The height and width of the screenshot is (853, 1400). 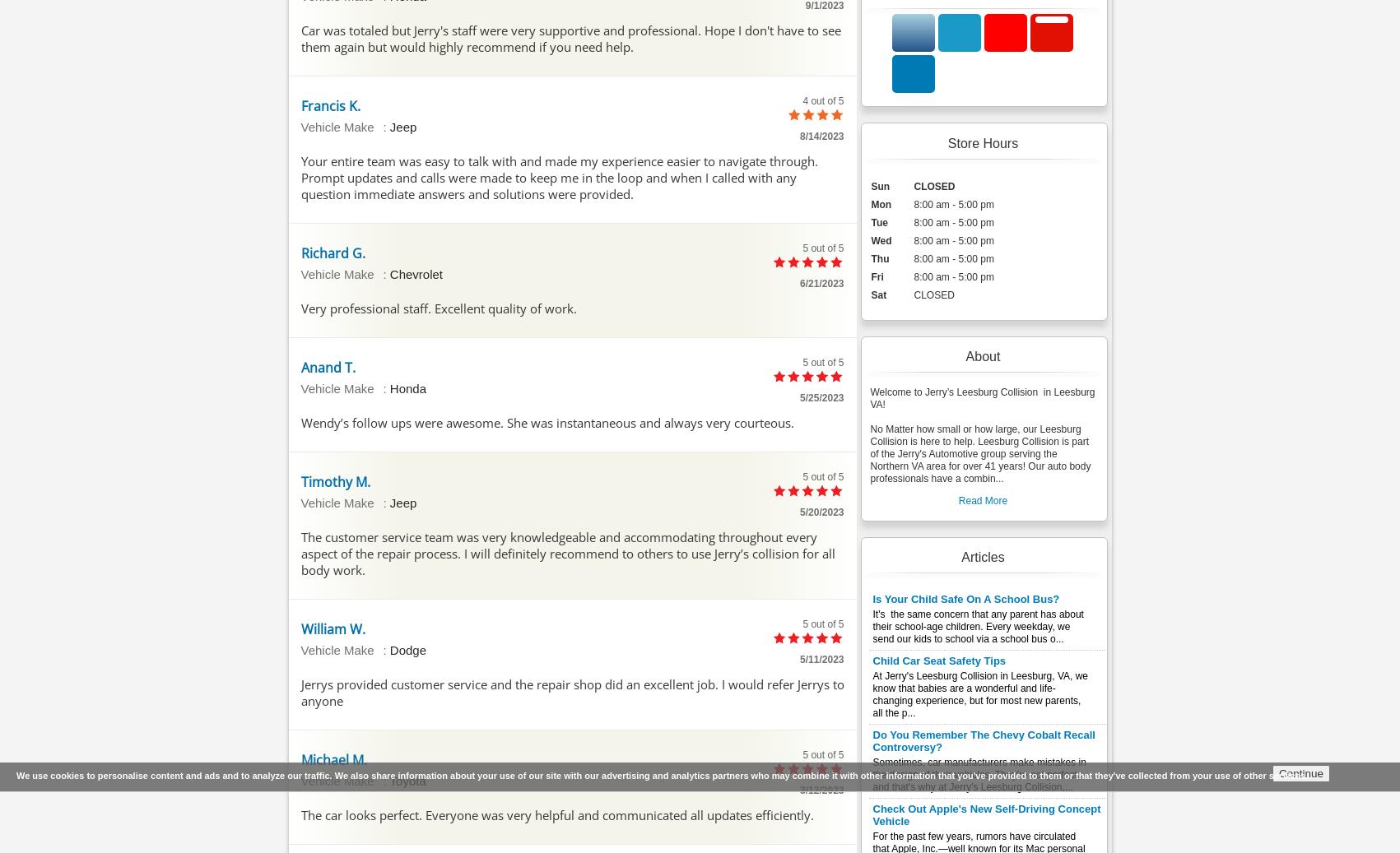 What do you see at coordinates (821, 281) in the screenshot?
I see `'6/21/2023'` at bounding box center [821, 281].